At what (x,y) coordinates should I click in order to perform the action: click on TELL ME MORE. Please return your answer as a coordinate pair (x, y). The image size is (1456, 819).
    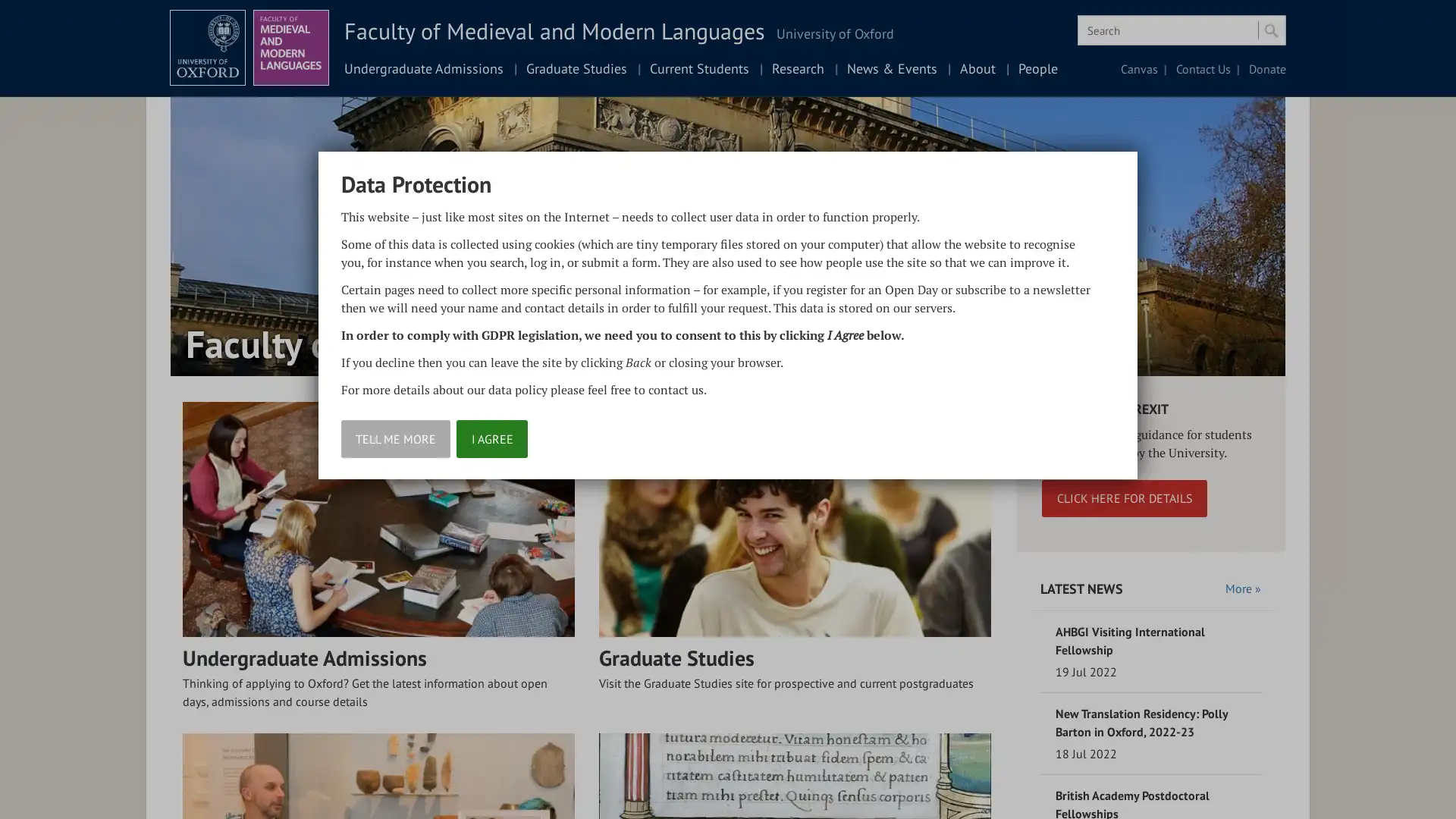
    Looking at the image, I should click on (396, 438).